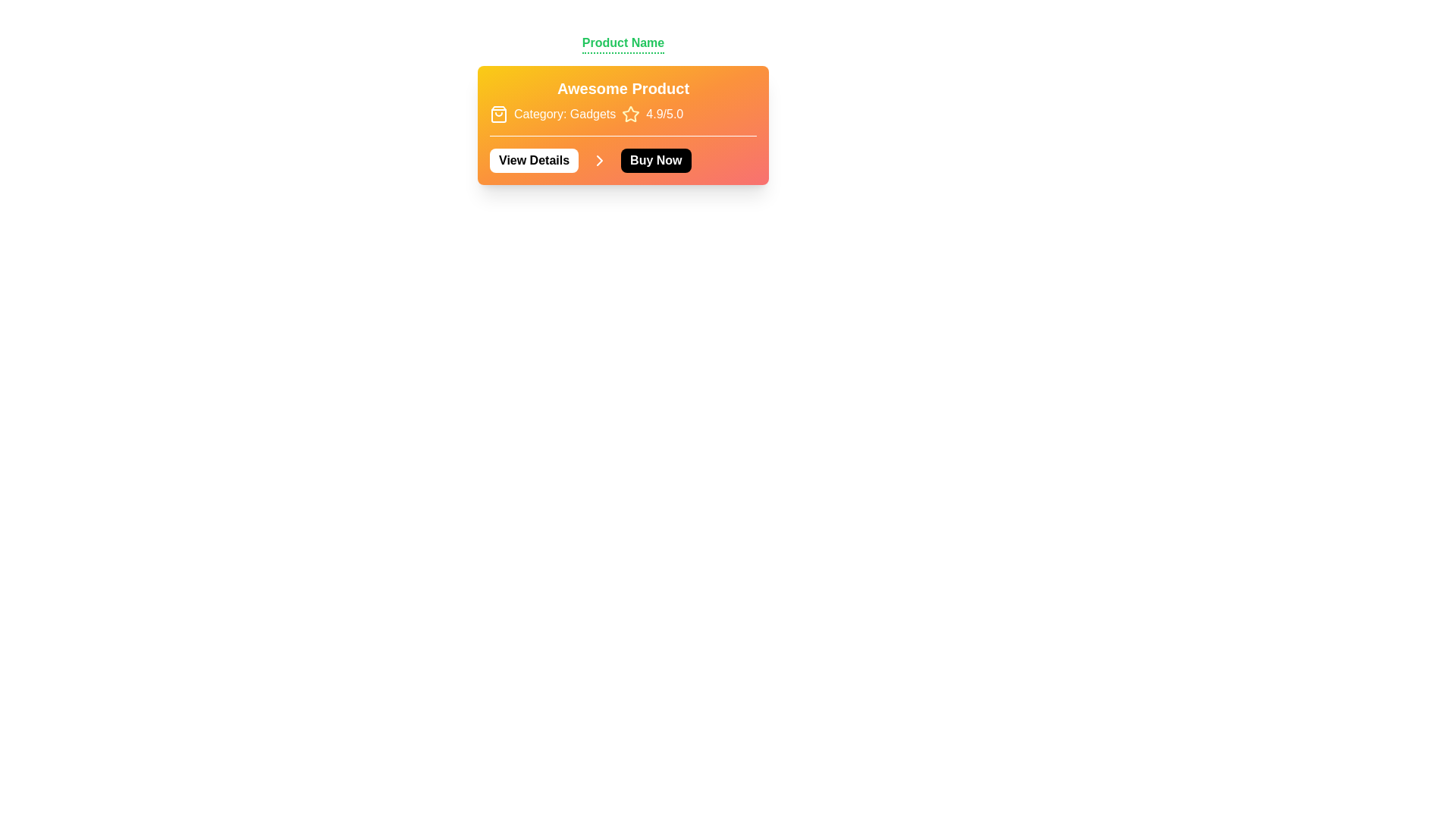 The width and height of the screenshot is (1456, 819). I want to click on the 'View Details' button, which has a white background, black bold text, and rounded corners, to possibly reveal additional actions, so click(534, 161).